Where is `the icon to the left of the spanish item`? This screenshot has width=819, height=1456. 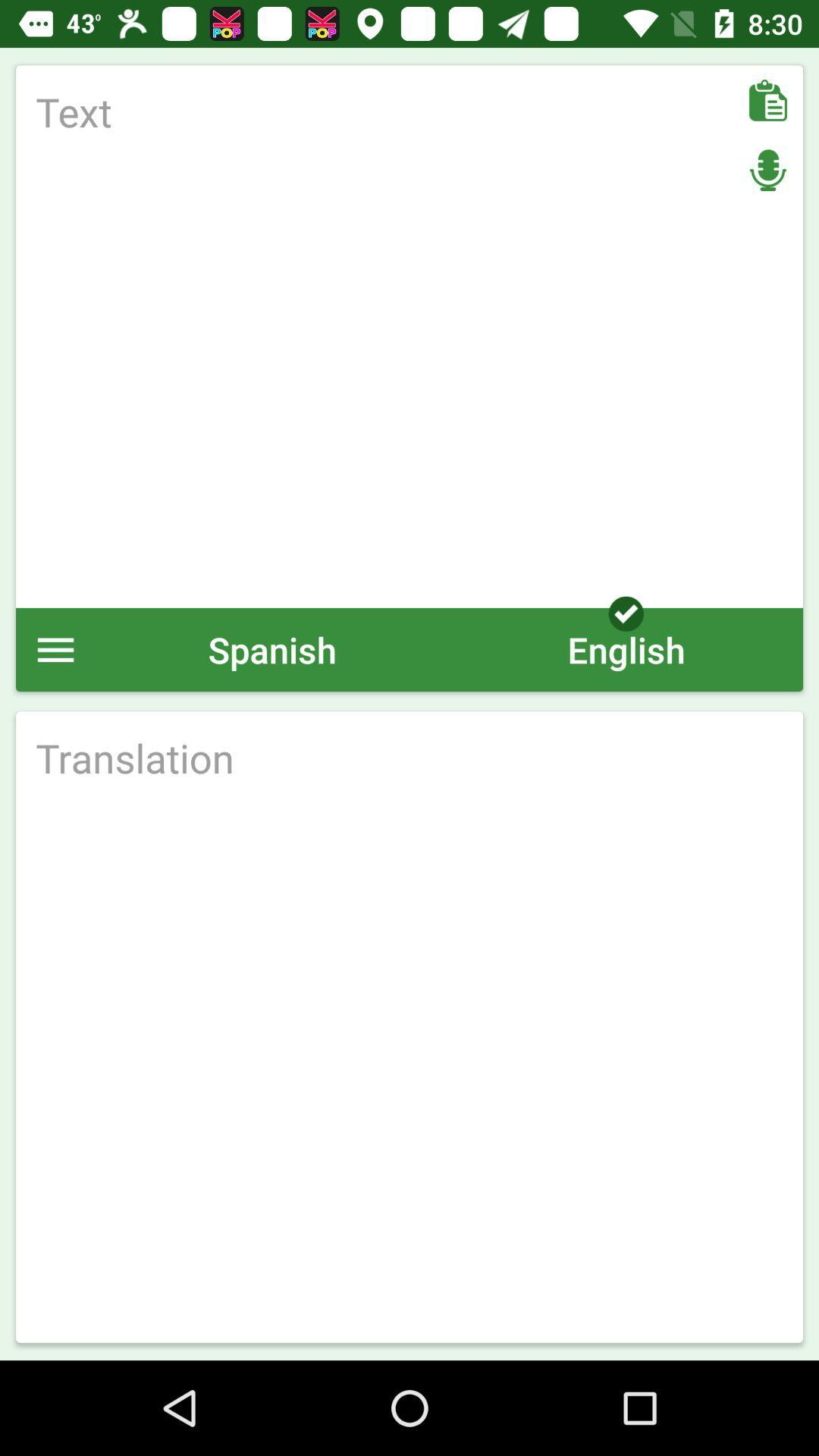 the icon to the left of the spanish item is located at coordinates (55, 649).